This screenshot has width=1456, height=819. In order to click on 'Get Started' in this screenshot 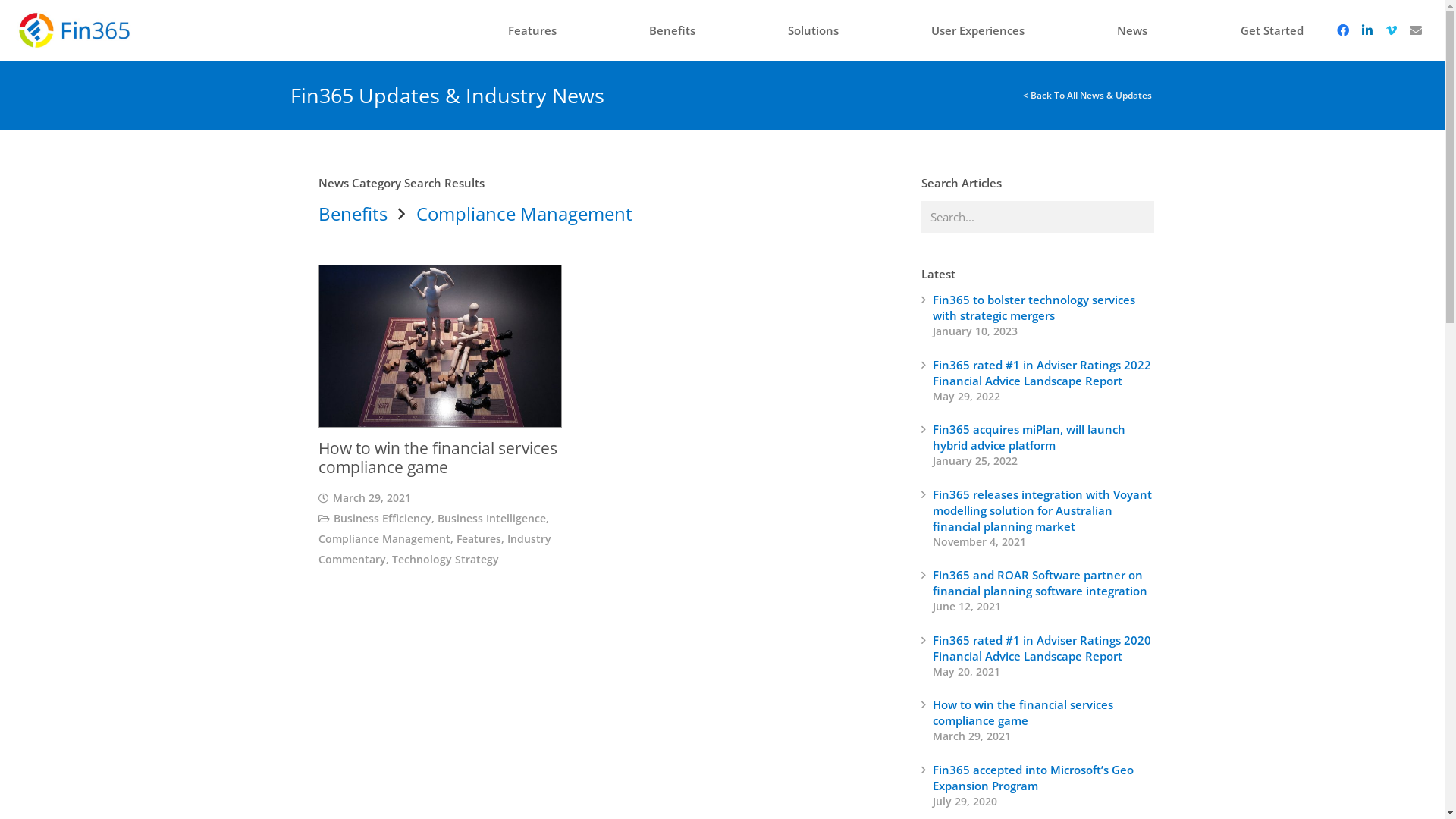, I will do `click(1271, 30)`.